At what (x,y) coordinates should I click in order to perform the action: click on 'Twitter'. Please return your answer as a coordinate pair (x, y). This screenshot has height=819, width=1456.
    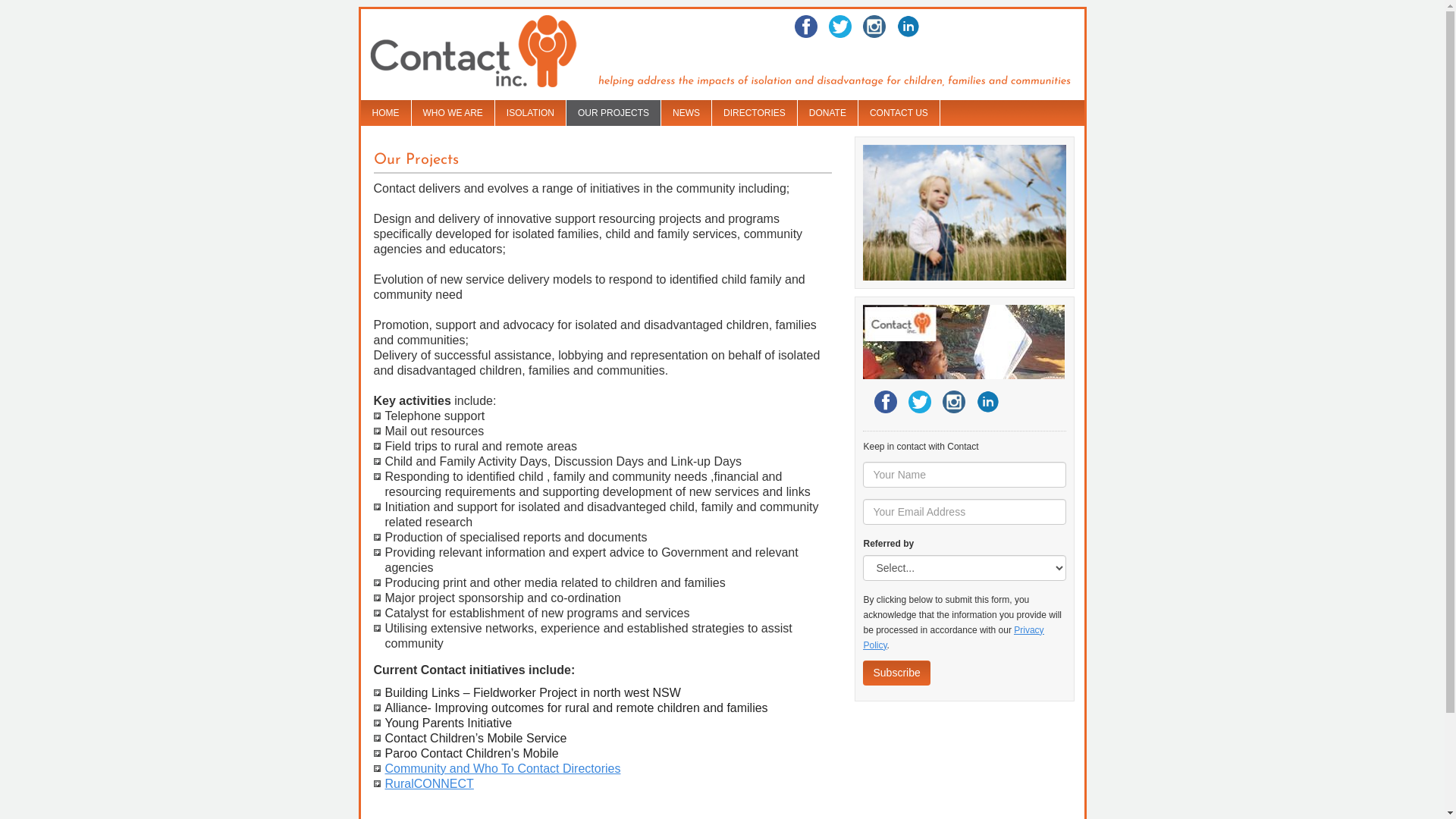
    Looking at the image, I should click on (952, 400).